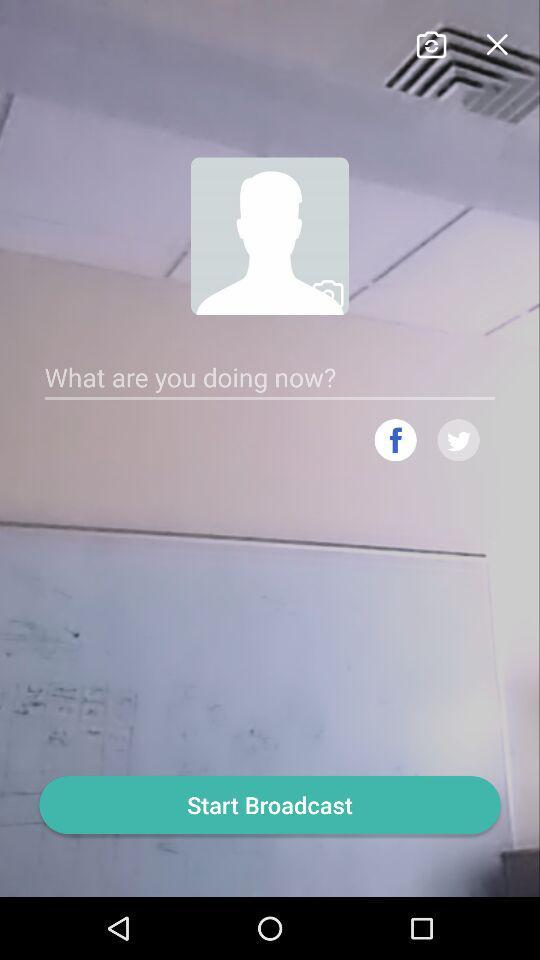 The width and height of the screenshot is (540, 960). Describe the element at coordinates (458, 471) in the screenshot. I see `the twitter icon` at that location.